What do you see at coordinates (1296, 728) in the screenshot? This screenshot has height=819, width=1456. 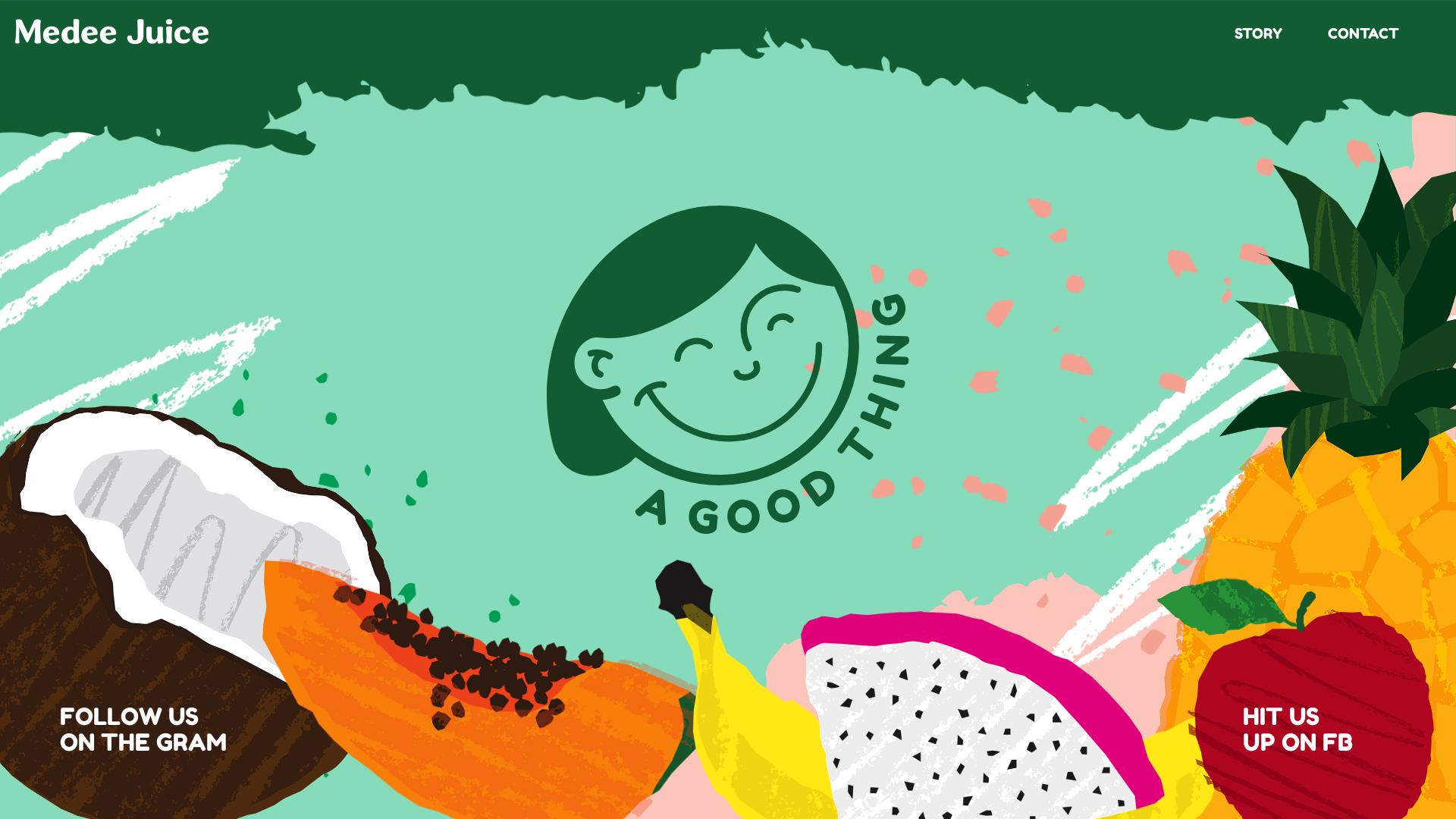 I see `'HIT US` at bounding box center [1296, 728].